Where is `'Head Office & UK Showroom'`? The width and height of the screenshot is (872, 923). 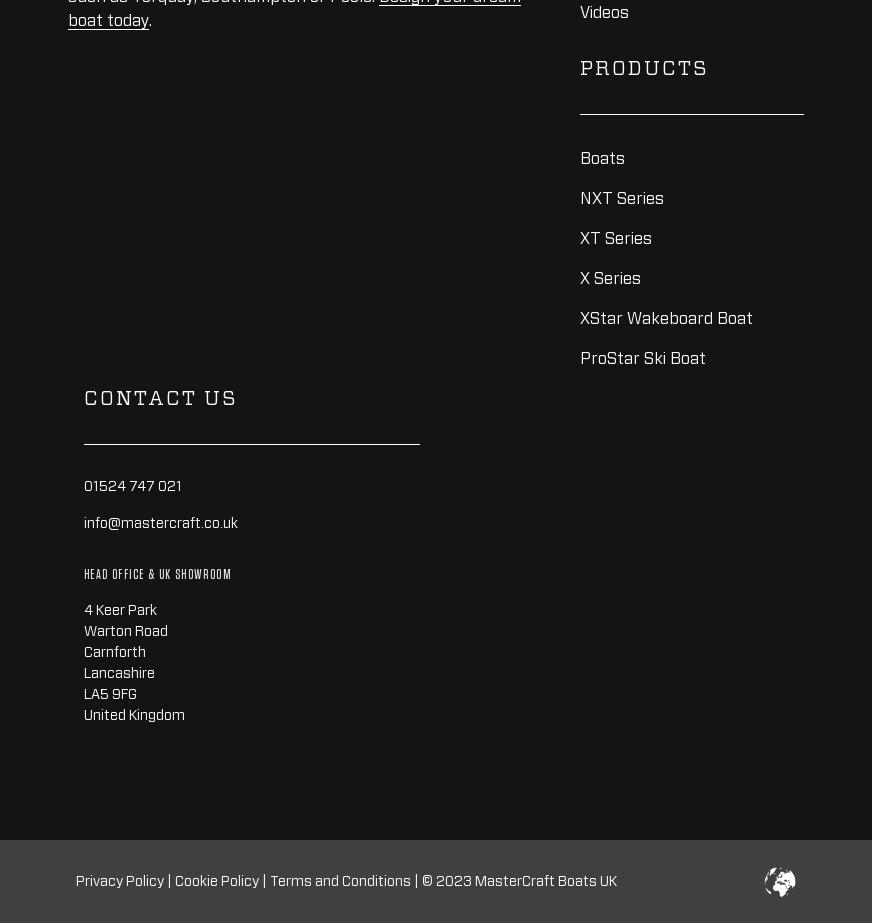 'Head Office & UK Showroom' is located at coordinates (82, 574).